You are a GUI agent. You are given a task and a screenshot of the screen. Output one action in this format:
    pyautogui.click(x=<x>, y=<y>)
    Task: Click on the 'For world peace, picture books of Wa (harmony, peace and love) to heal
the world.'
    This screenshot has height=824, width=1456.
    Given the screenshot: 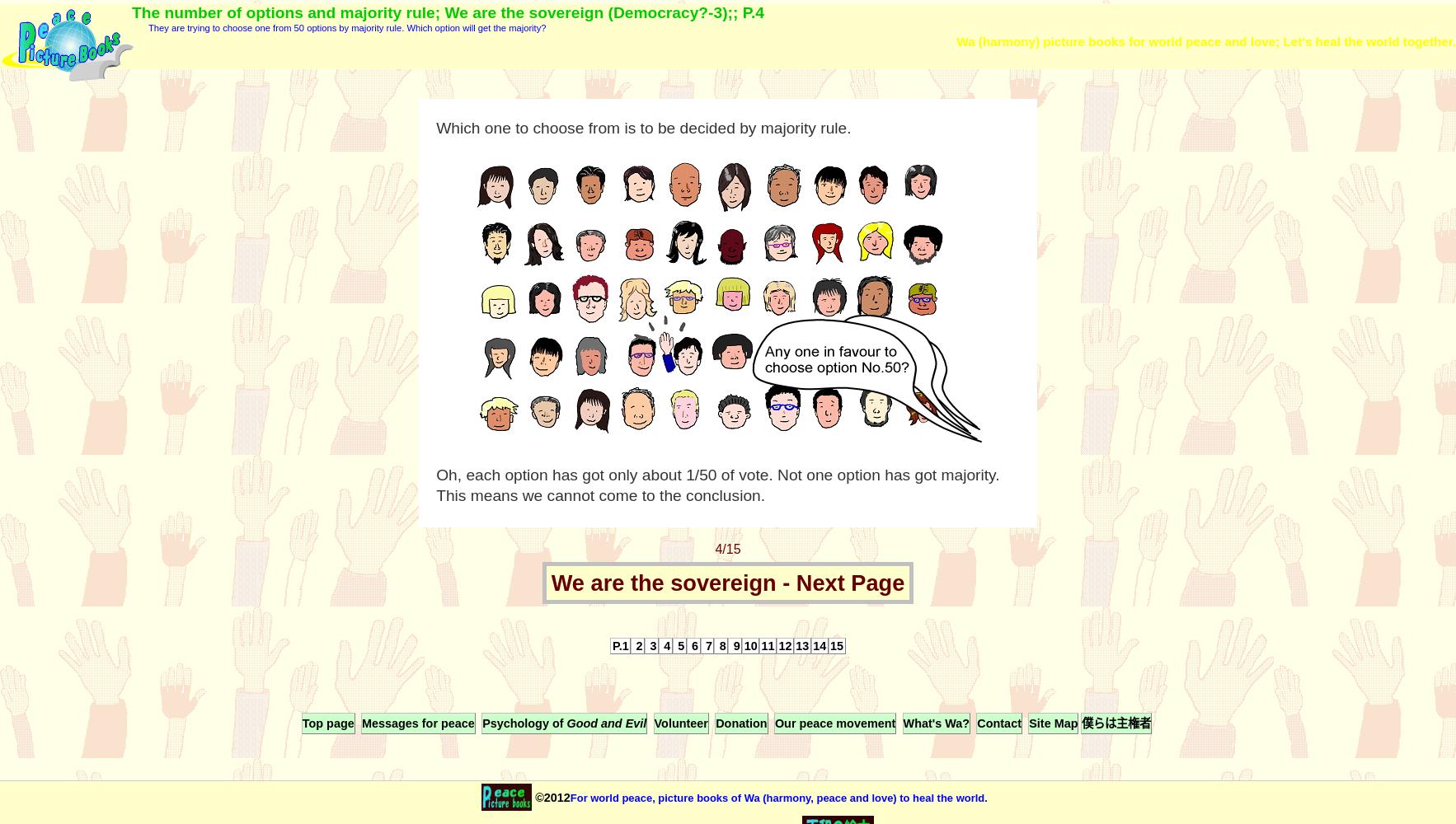 What is the action you would take?
    pyautogui.click(x=777, y=796)
    